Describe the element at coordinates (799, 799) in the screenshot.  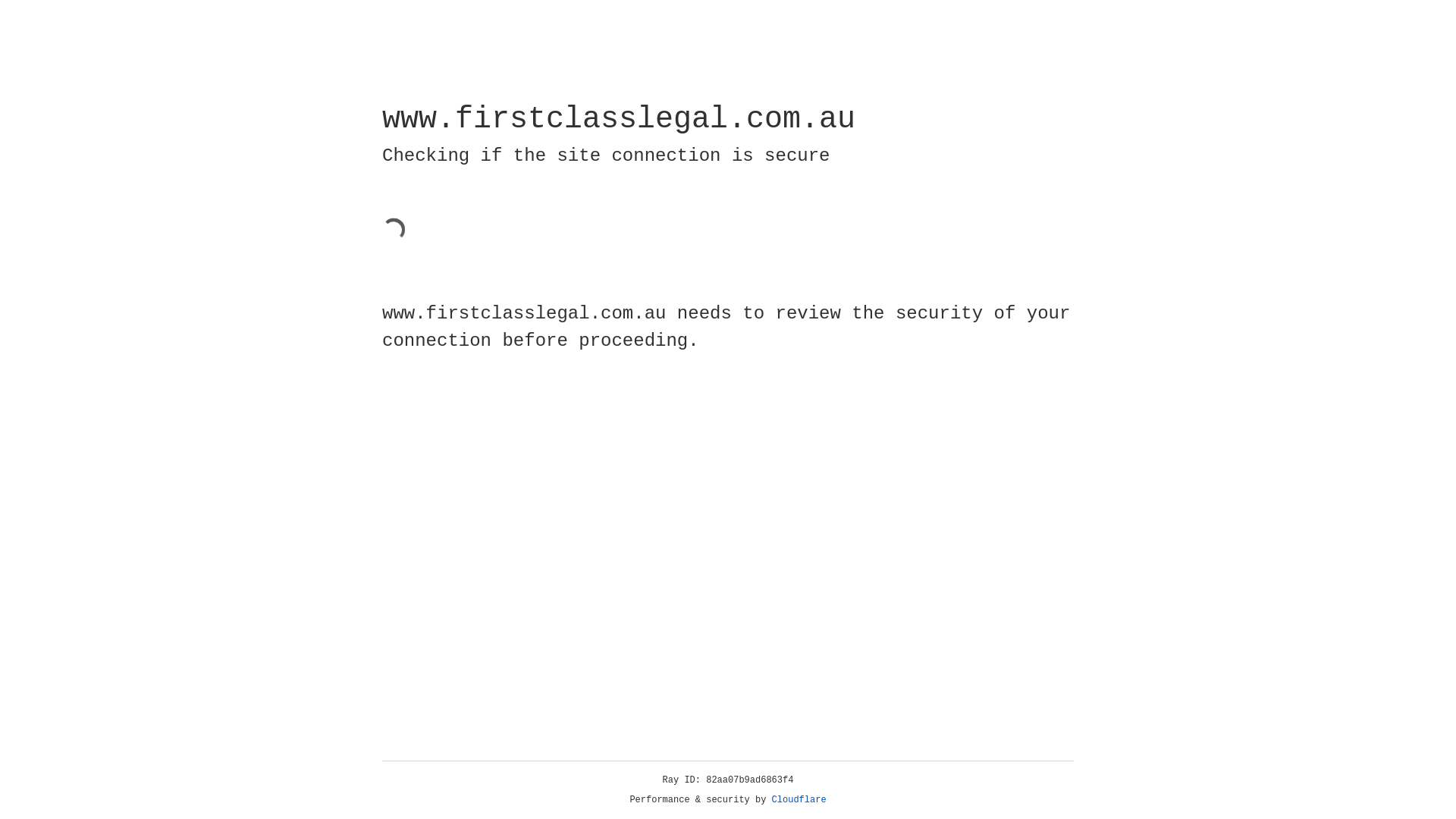
I see `'Cloudflare'` at that location.